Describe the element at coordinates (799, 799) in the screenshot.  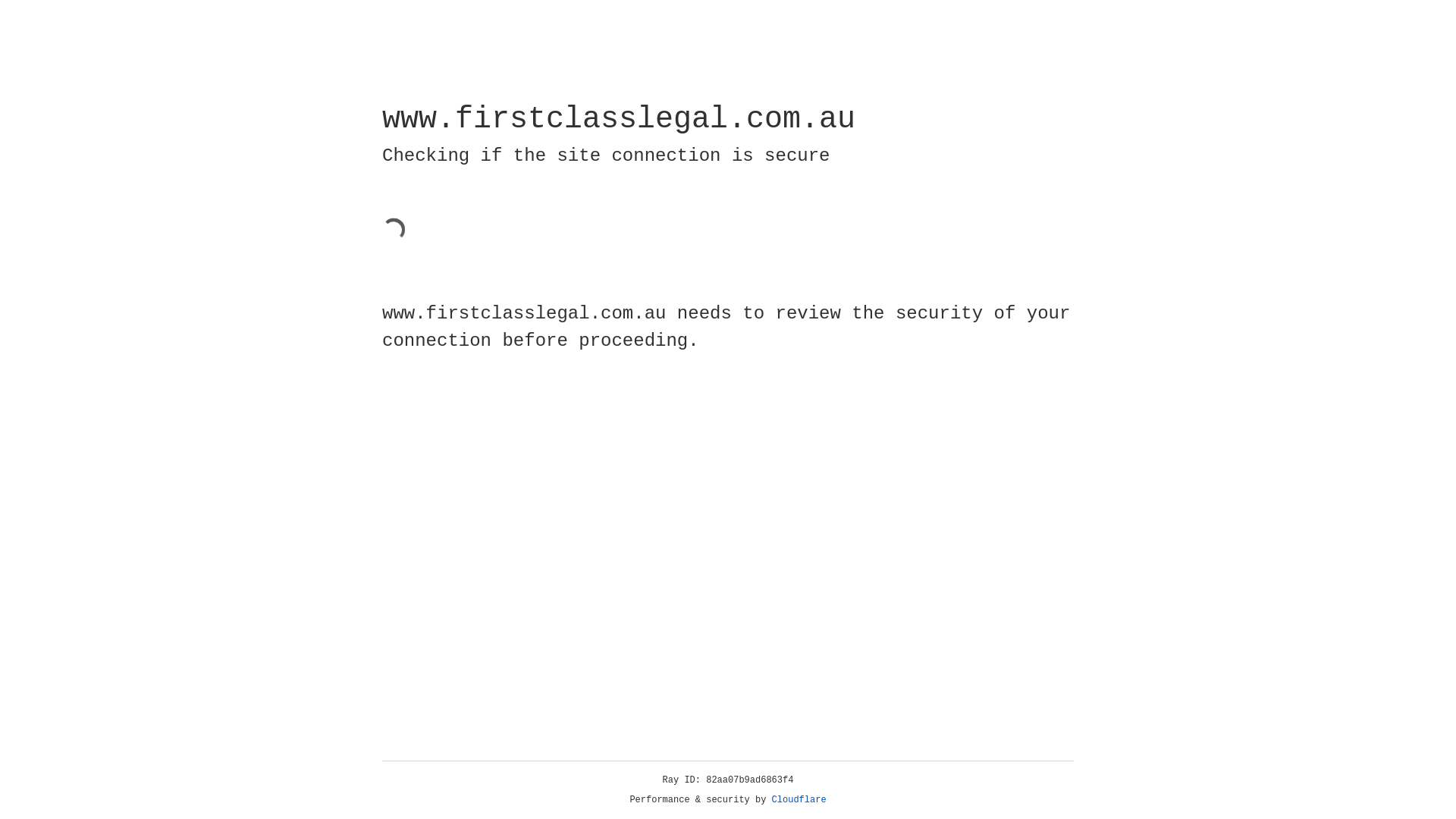
I see `'Cloudflare'` at that location.